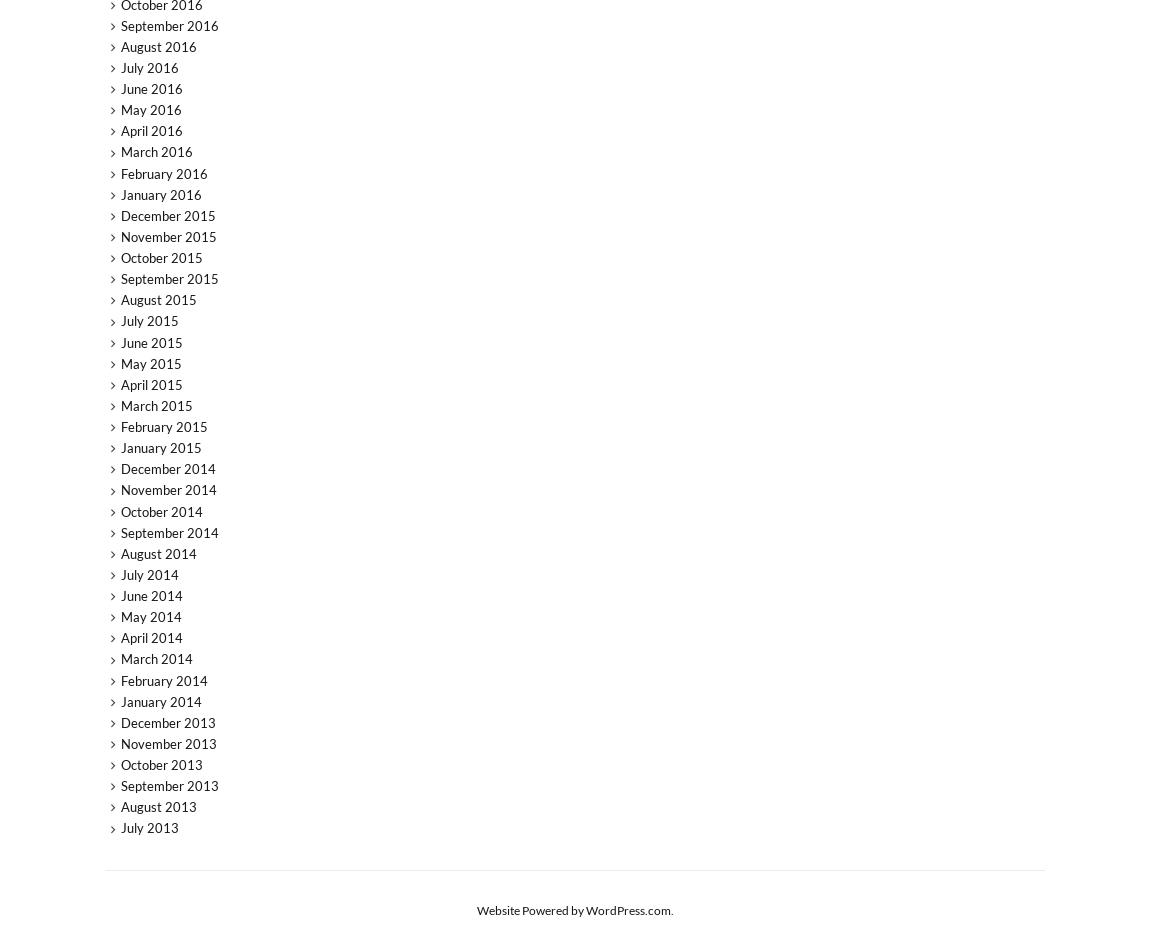 The width and height of the screenshot is (1150, 949). Describe the element at coordinates (159, 701) in the screenshot. I see `'January 2014'` at that location.